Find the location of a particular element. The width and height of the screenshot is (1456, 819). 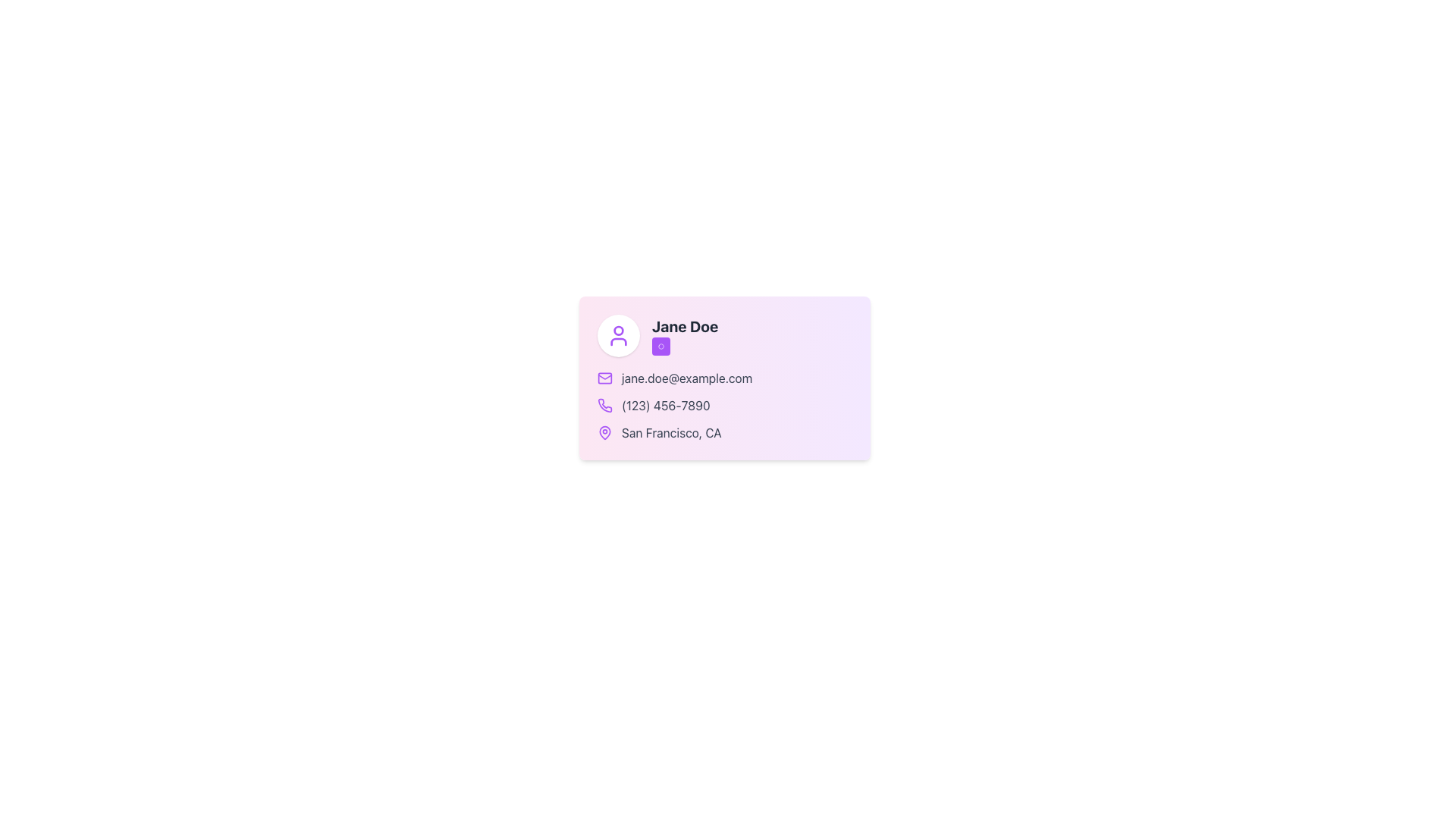

the text label displaying the user's email address, which is the first element in a vertical layout below the user's name in the card interface is located at coordinates (723, 377).